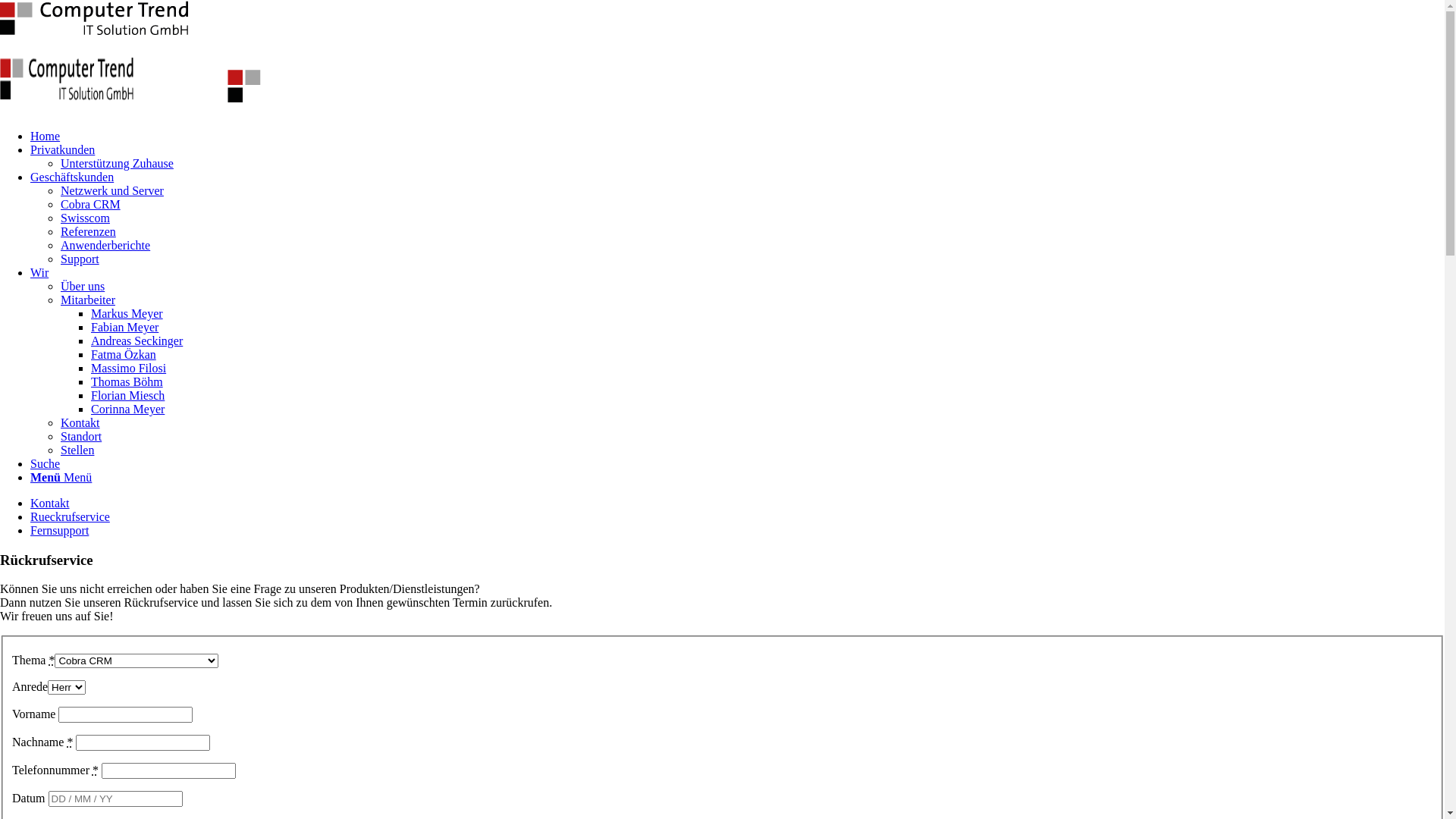 This screenshot has height=819, width=1456. I want to click on 'Cobra CRM', so click(89, 203).